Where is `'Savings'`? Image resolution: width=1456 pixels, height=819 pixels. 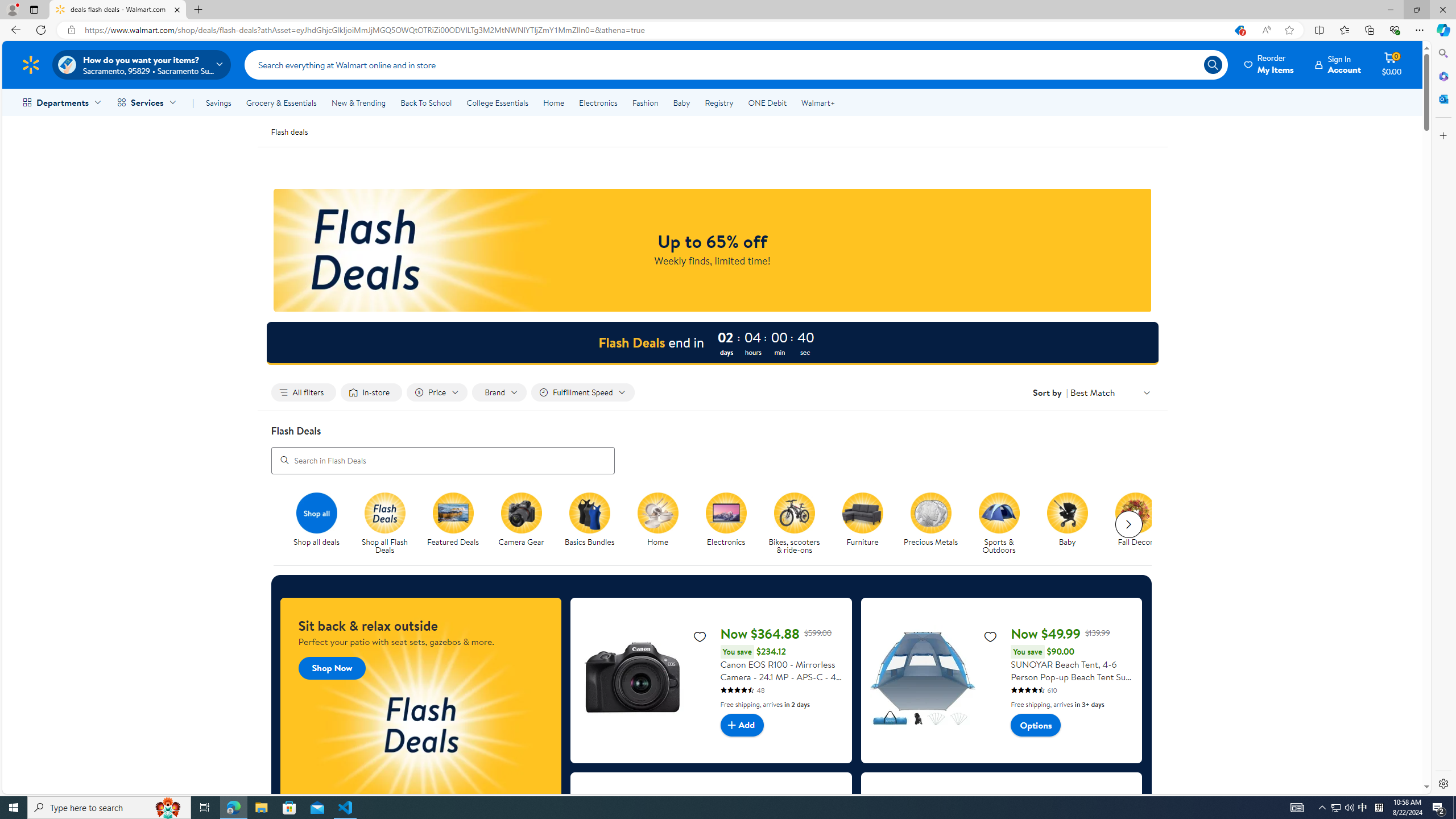 'Savings' is located at coordinates (218, 102).